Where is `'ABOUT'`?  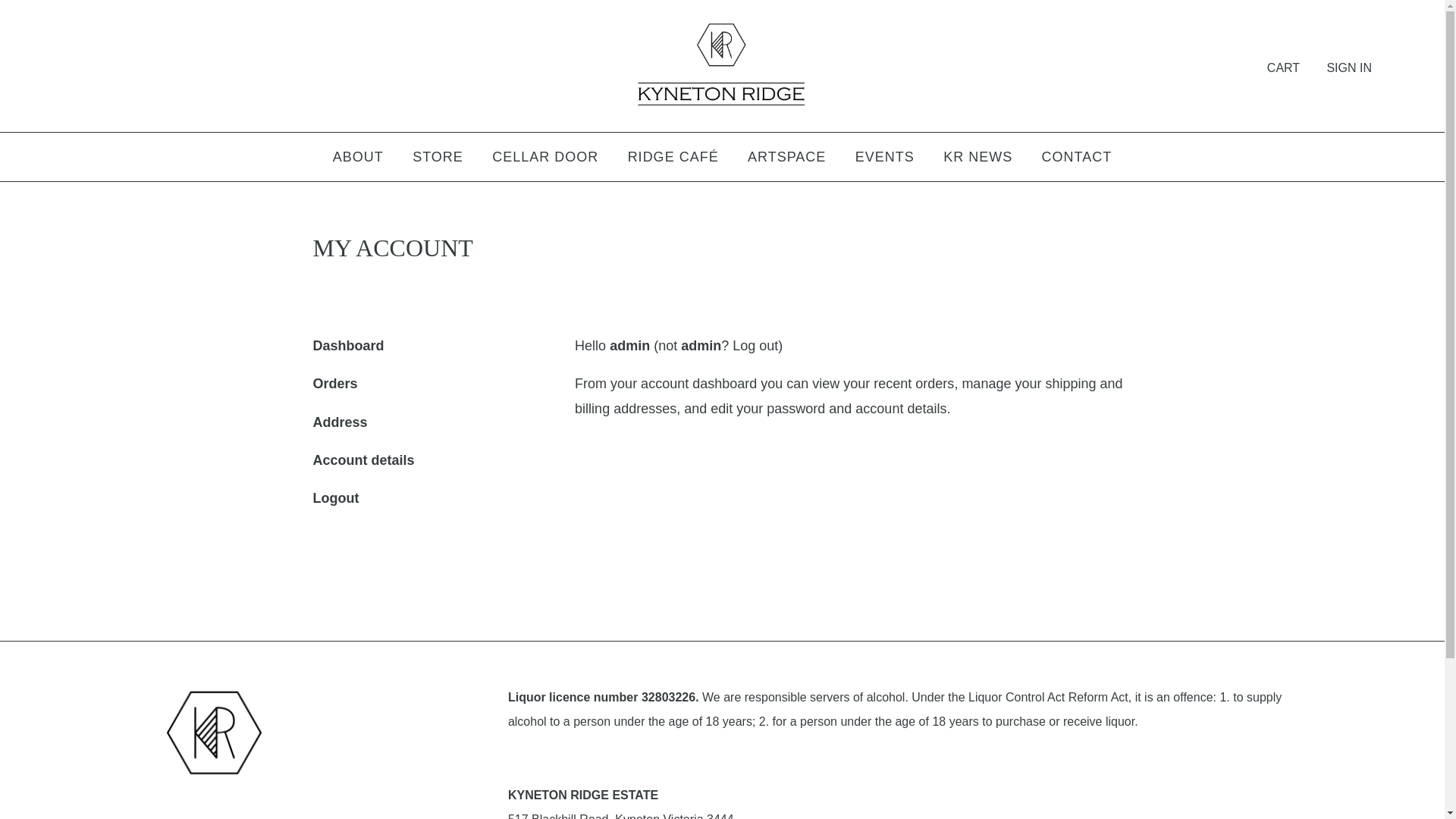
'ABOUT' is located at coordinates (357, 160).